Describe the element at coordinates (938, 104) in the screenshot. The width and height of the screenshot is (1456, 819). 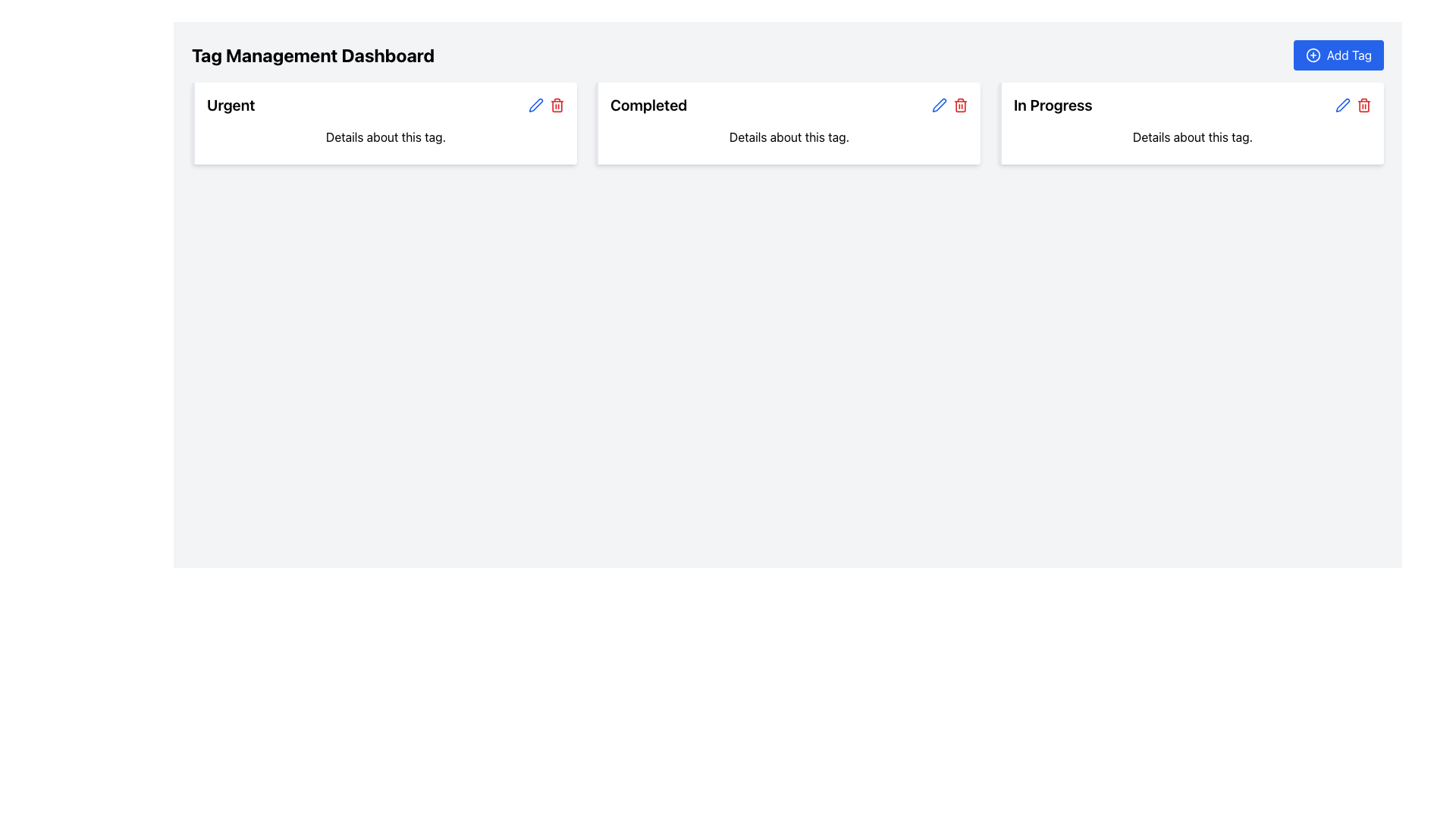
I see `the edit icon button, which resembles a pen and is located in the top-right corner of the 'In Progress' card` at that location.